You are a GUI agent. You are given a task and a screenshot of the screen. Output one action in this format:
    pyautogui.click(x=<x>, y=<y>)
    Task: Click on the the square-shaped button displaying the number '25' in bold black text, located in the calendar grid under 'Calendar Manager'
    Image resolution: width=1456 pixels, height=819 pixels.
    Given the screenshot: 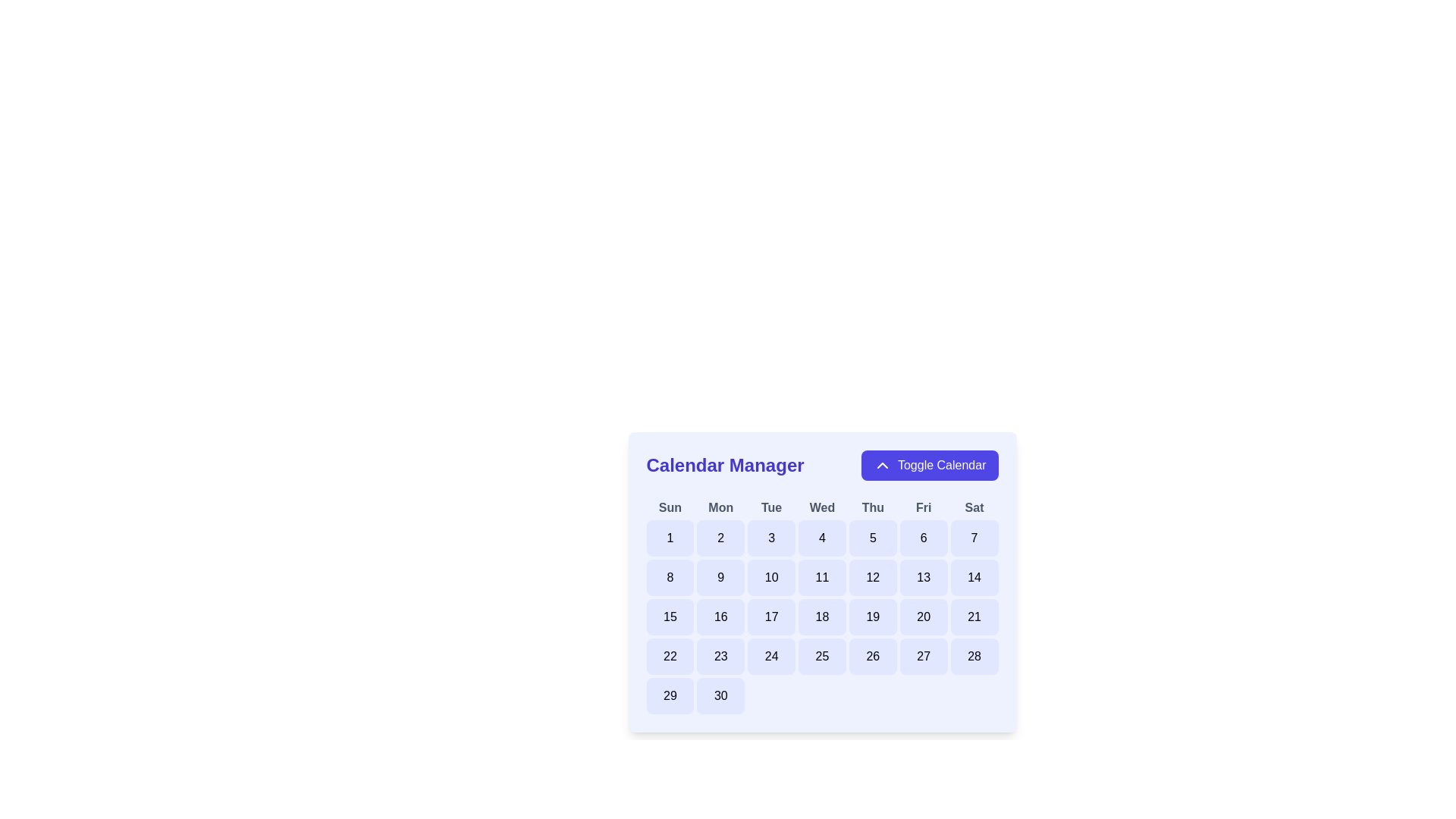 What is the action you would take?
    pyautogui.click(x=821, y=656)
    